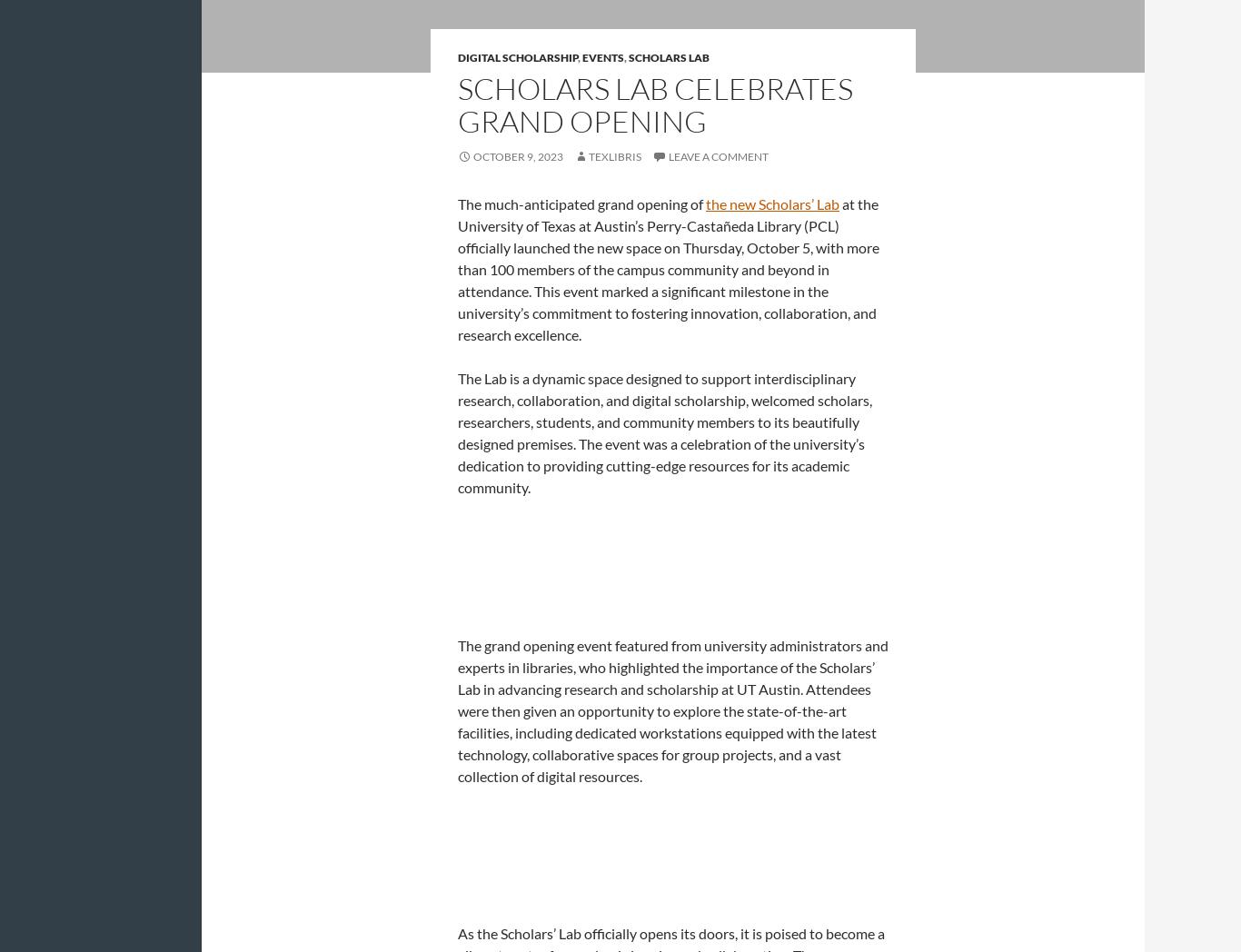  What do you see at coordinates (581, 203) in the screenshot?
I see `'The much-anticipated grand opening of'` at bounding box center [581, 203].